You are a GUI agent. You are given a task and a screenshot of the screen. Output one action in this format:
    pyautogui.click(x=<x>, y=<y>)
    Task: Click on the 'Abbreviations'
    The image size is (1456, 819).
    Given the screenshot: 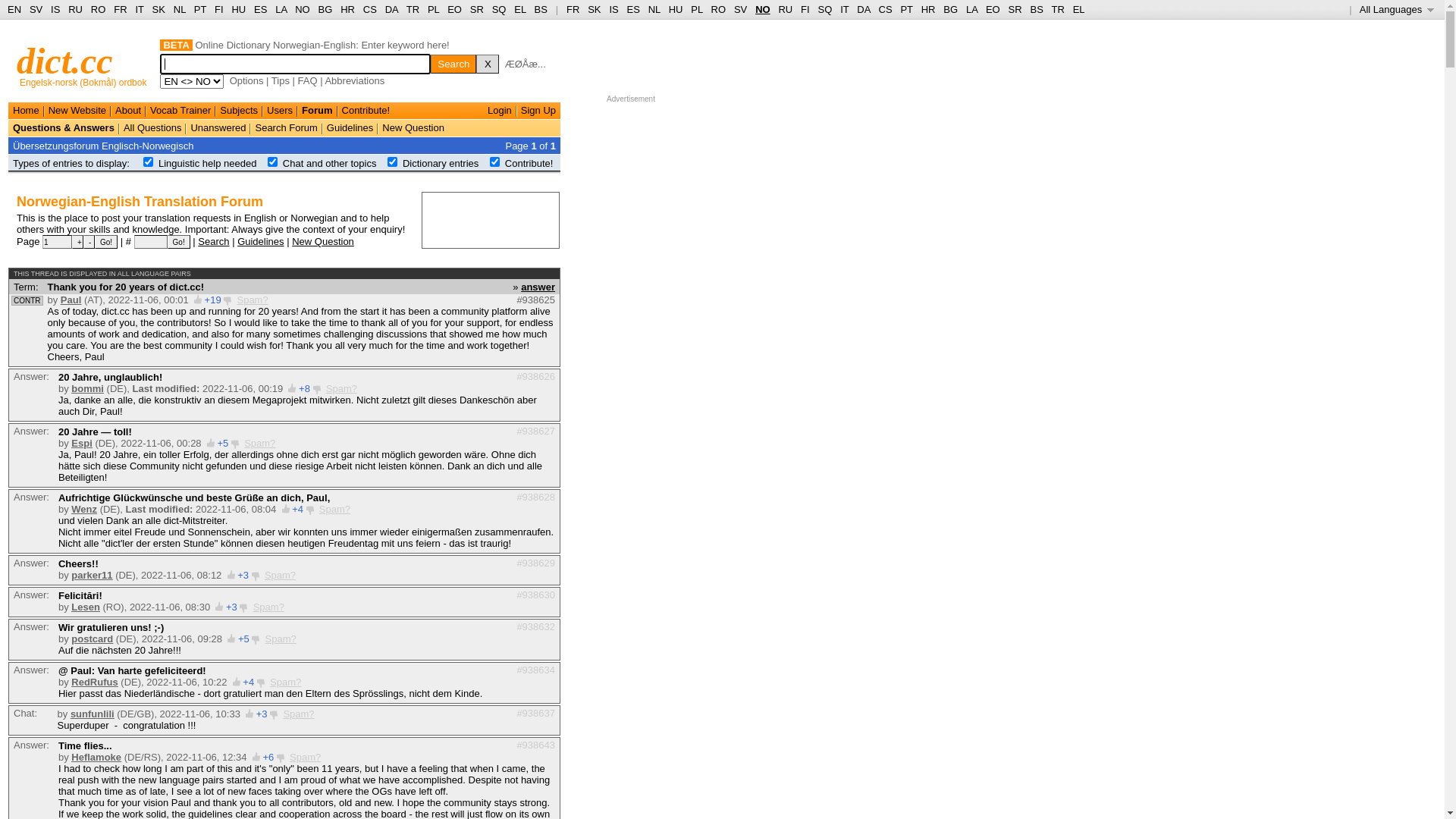 What is the action you would take?
    pyautogui.click(x=323, y=80)
    